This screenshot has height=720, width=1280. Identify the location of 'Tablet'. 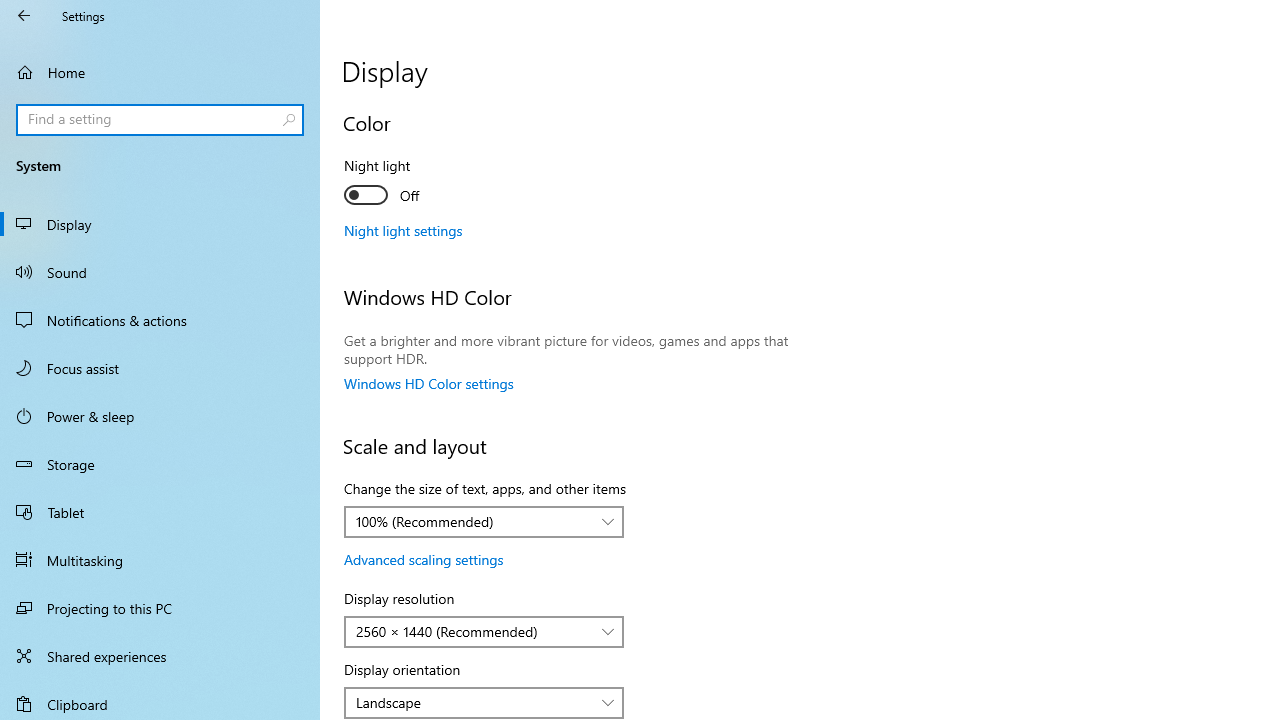
(160, 510).